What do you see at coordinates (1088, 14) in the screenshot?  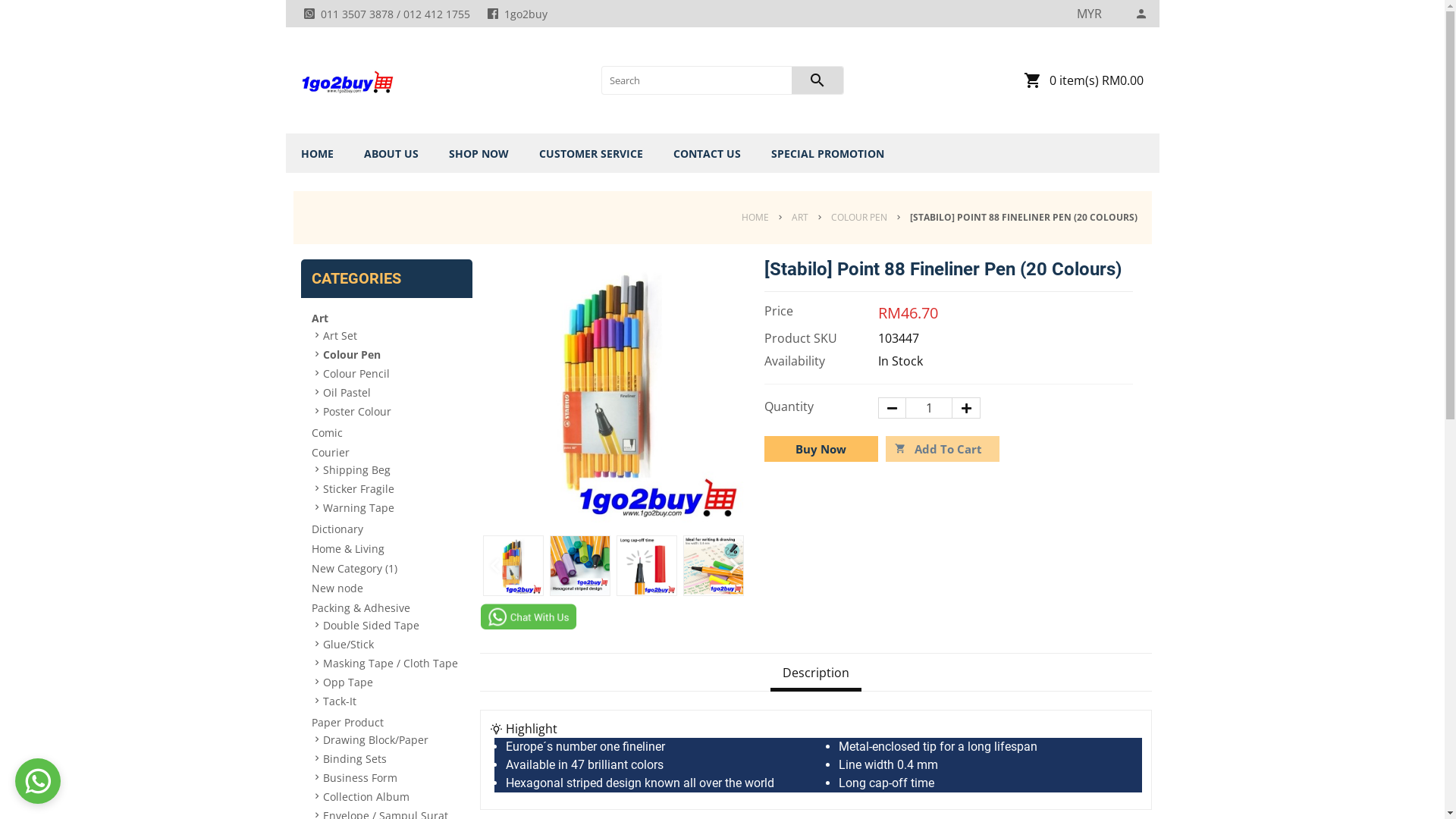 I see `'MYR'` at bounding box center [1088, 14].